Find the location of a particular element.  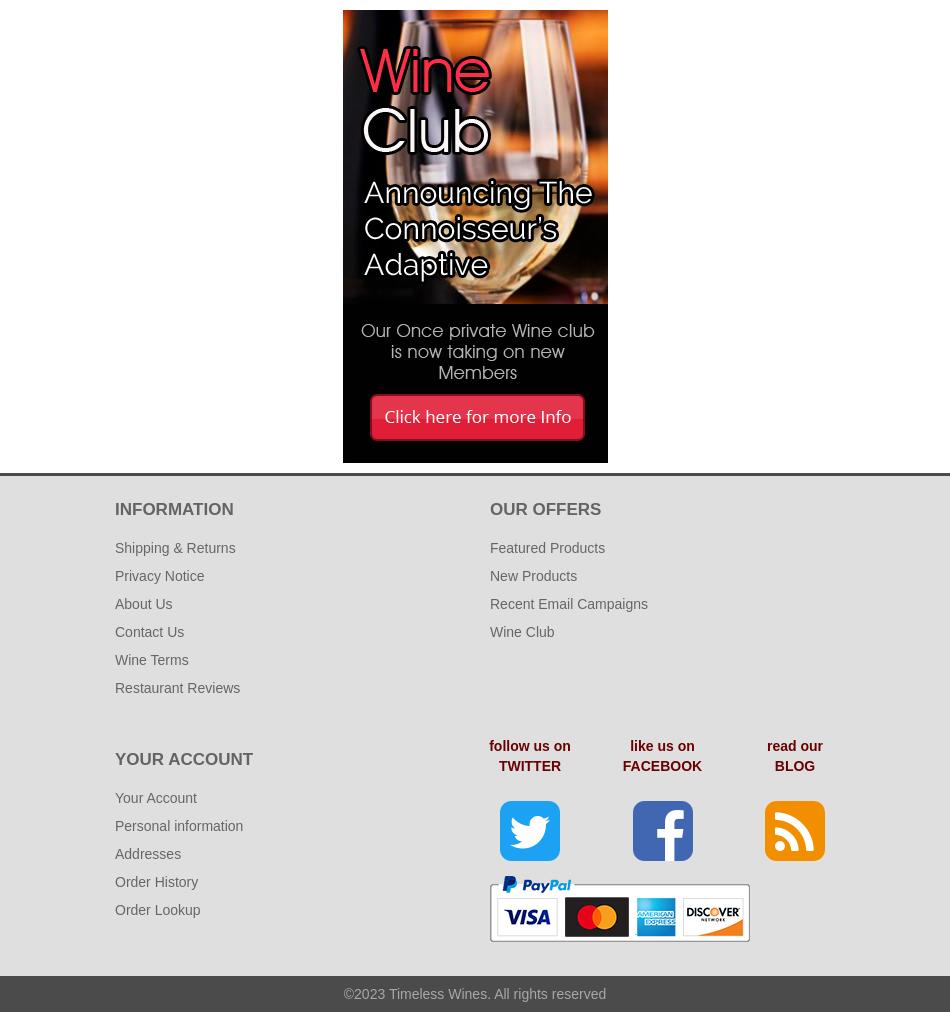

'Privacy Notice' is located at coordinates (159, 575).